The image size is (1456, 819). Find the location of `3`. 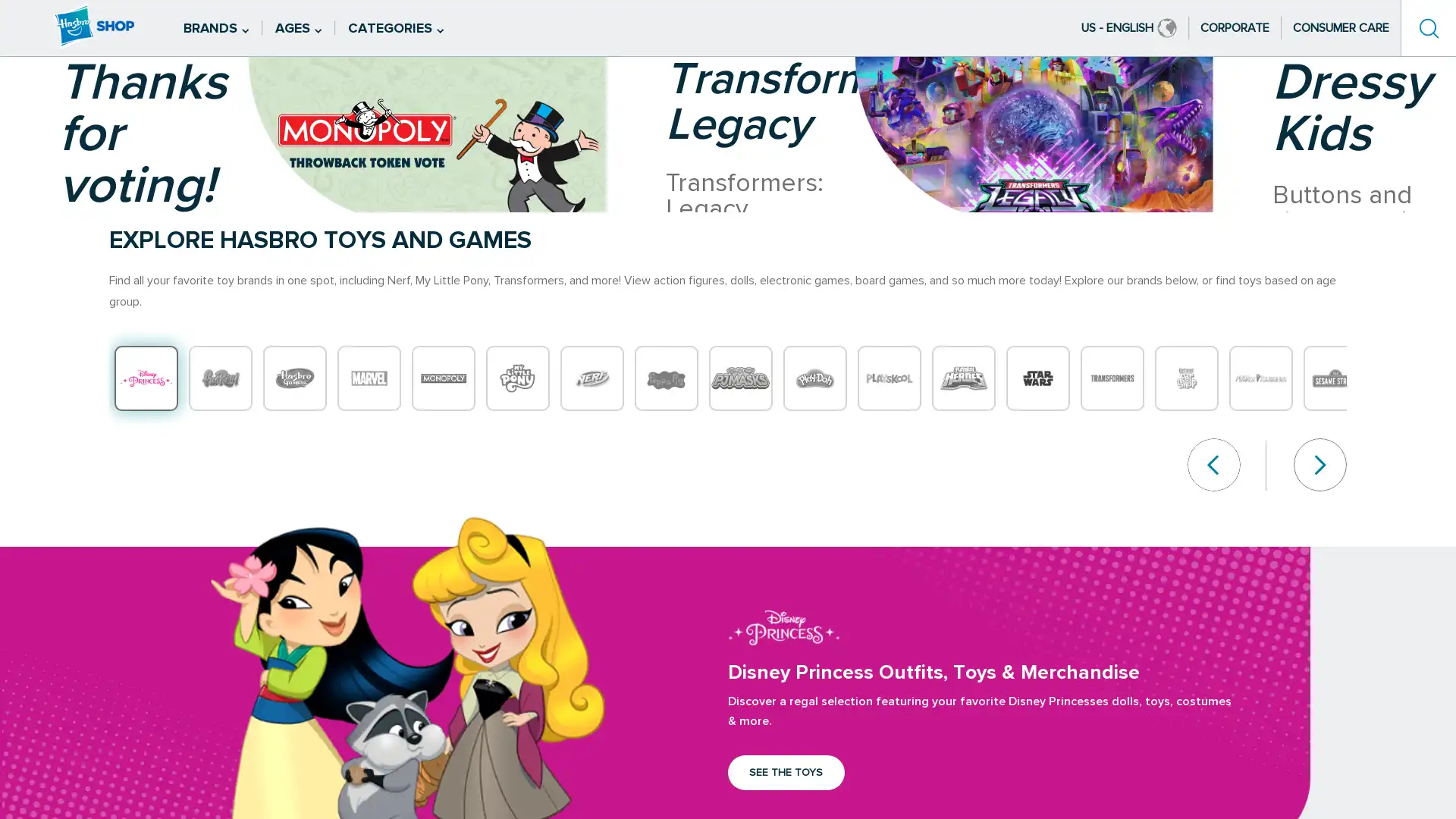

3 is located at coordinates (55, 284).